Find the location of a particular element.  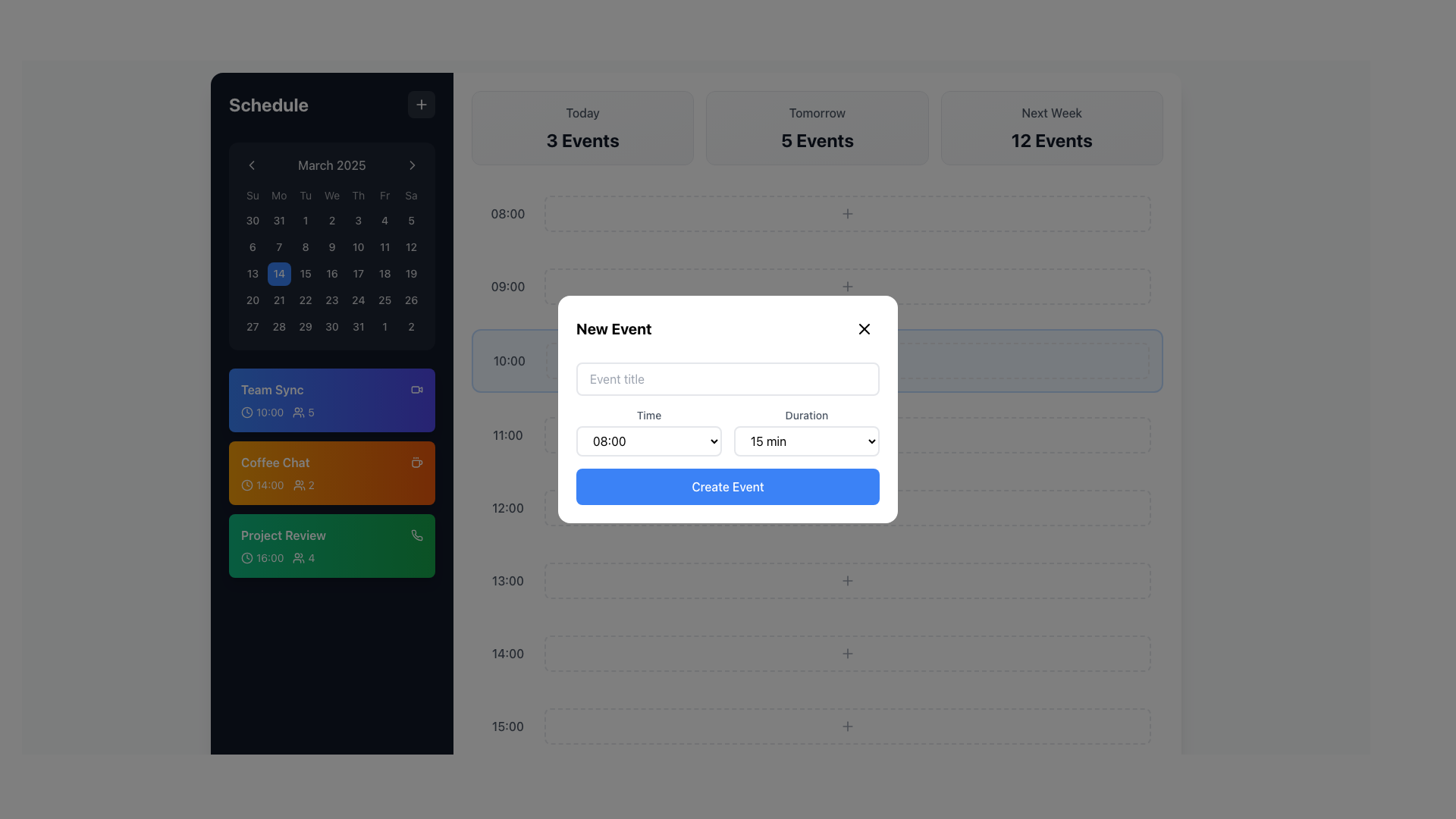

the Text label that displays the number of scheduled events for the current day, located below the 'Today' label in the right half of the interface is located at coordinates (582, 140).